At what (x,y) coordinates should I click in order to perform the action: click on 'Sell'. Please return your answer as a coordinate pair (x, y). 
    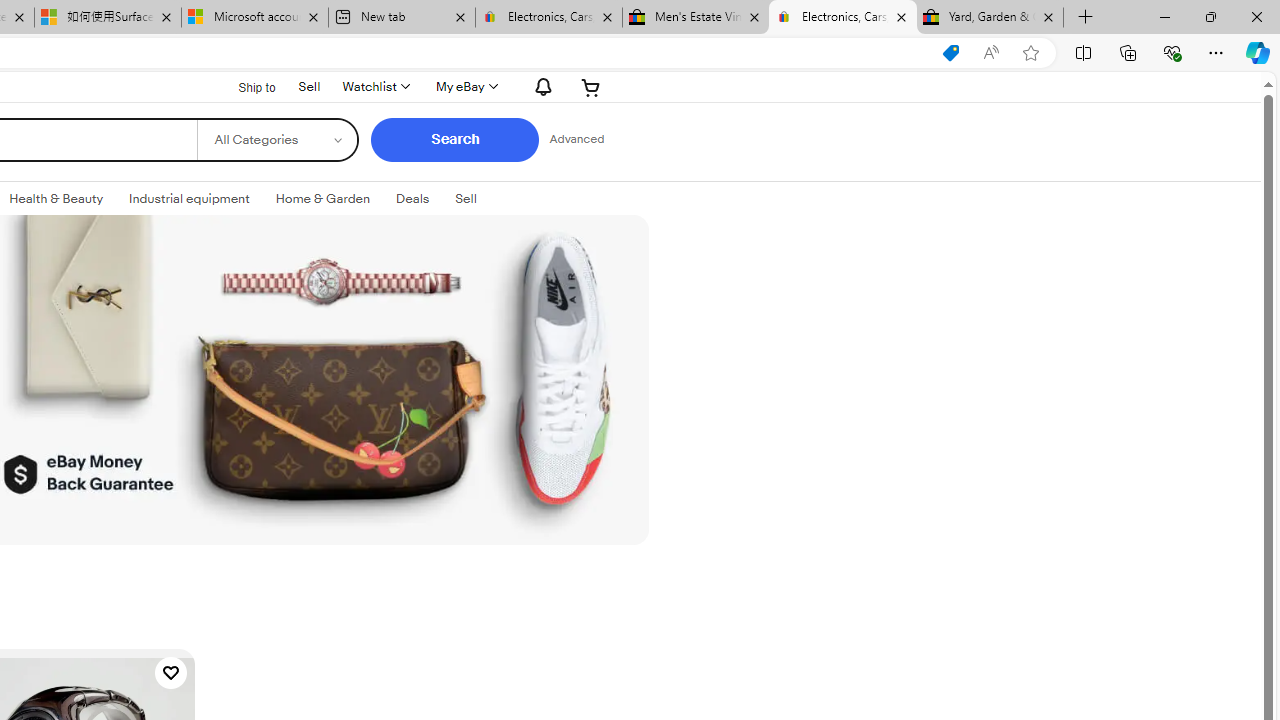
    Looking at the image, I should click on (464, 199).